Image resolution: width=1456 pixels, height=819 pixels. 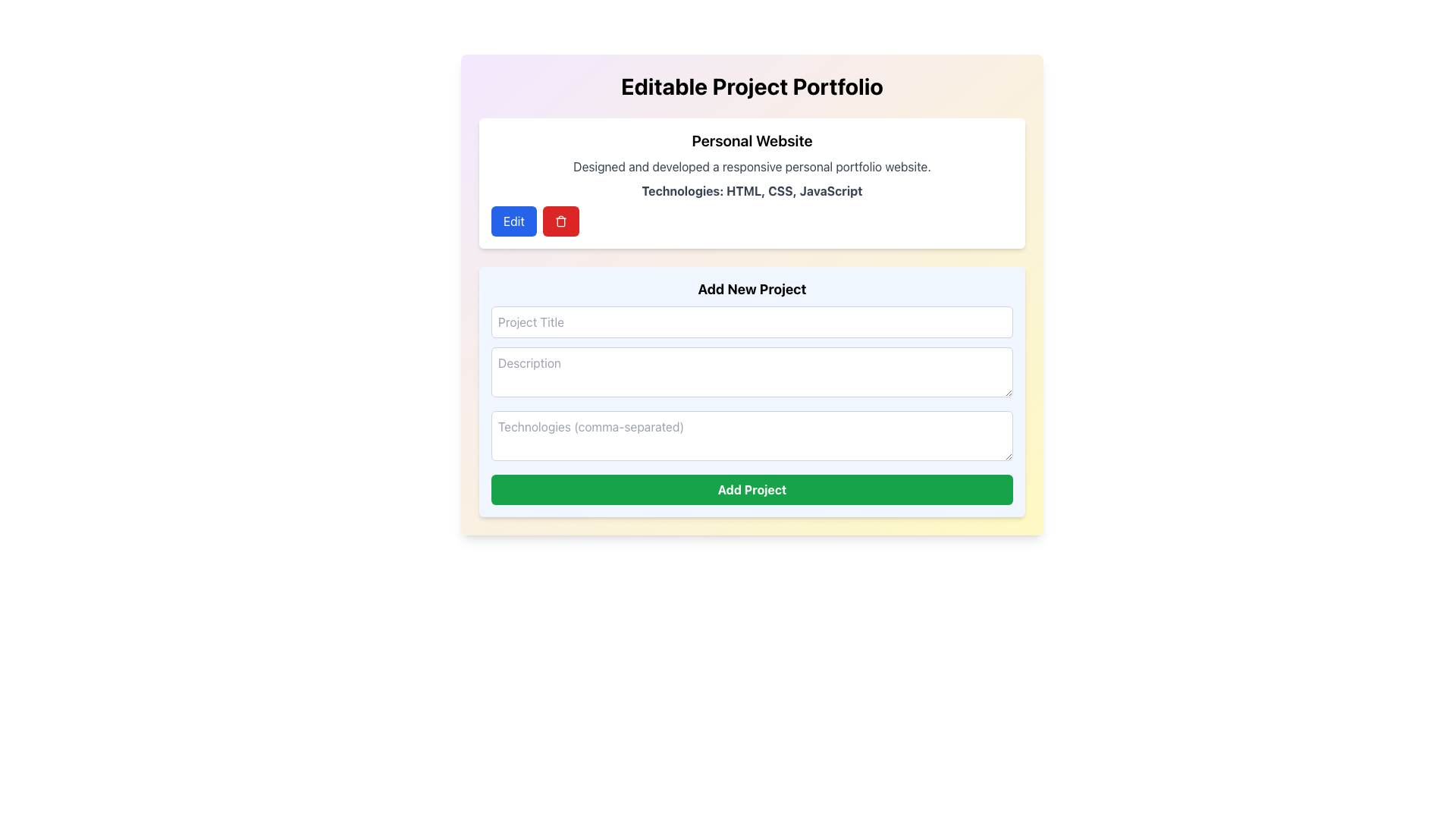 I want to click on the 'Add Project' button, which is a green rectangular button with bold white text, located below the input fields for 'Project Title', 'Description', and 'Technologies', so click(x=752, y=489).